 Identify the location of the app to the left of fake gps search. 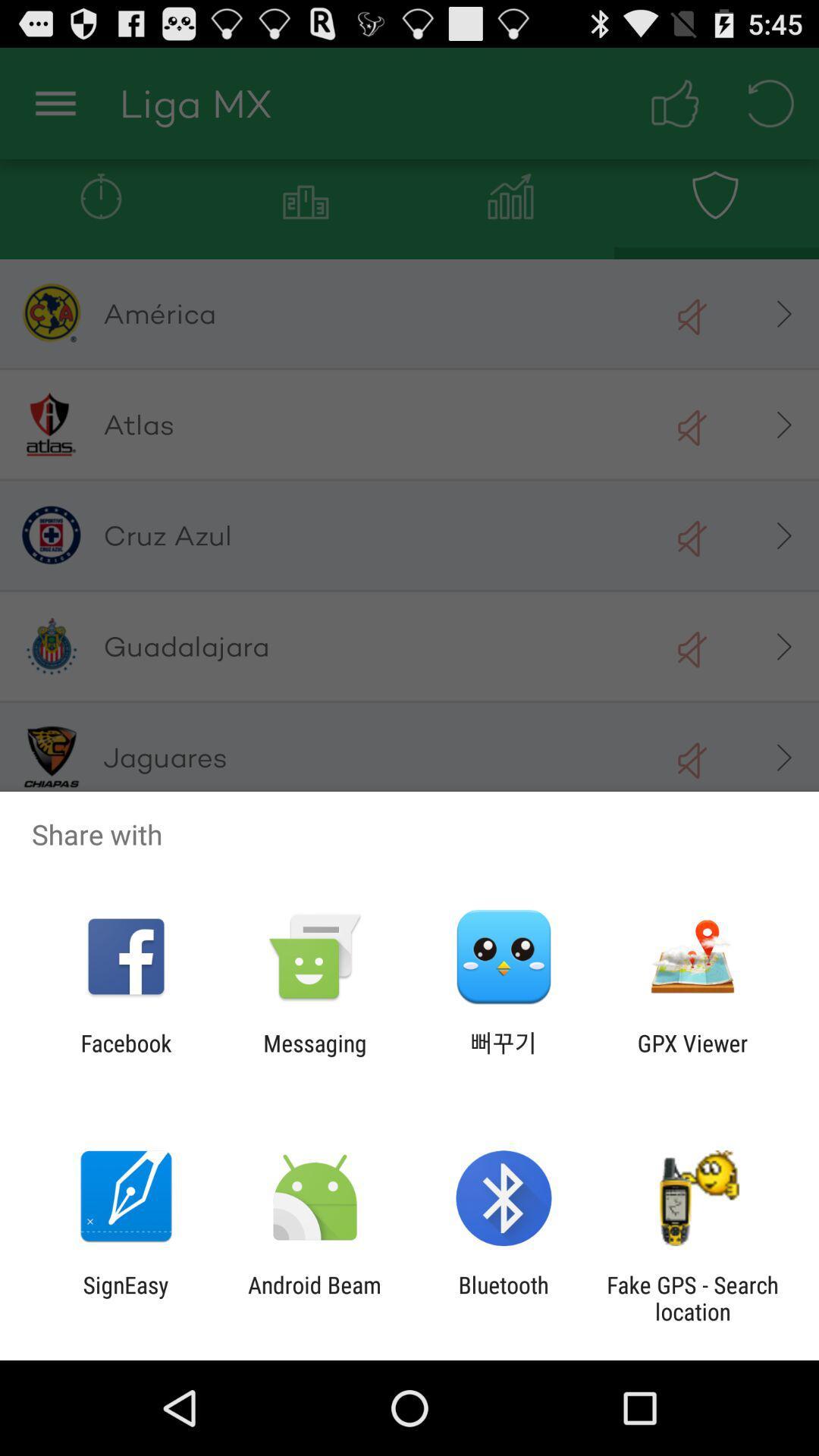
(504, 1298).